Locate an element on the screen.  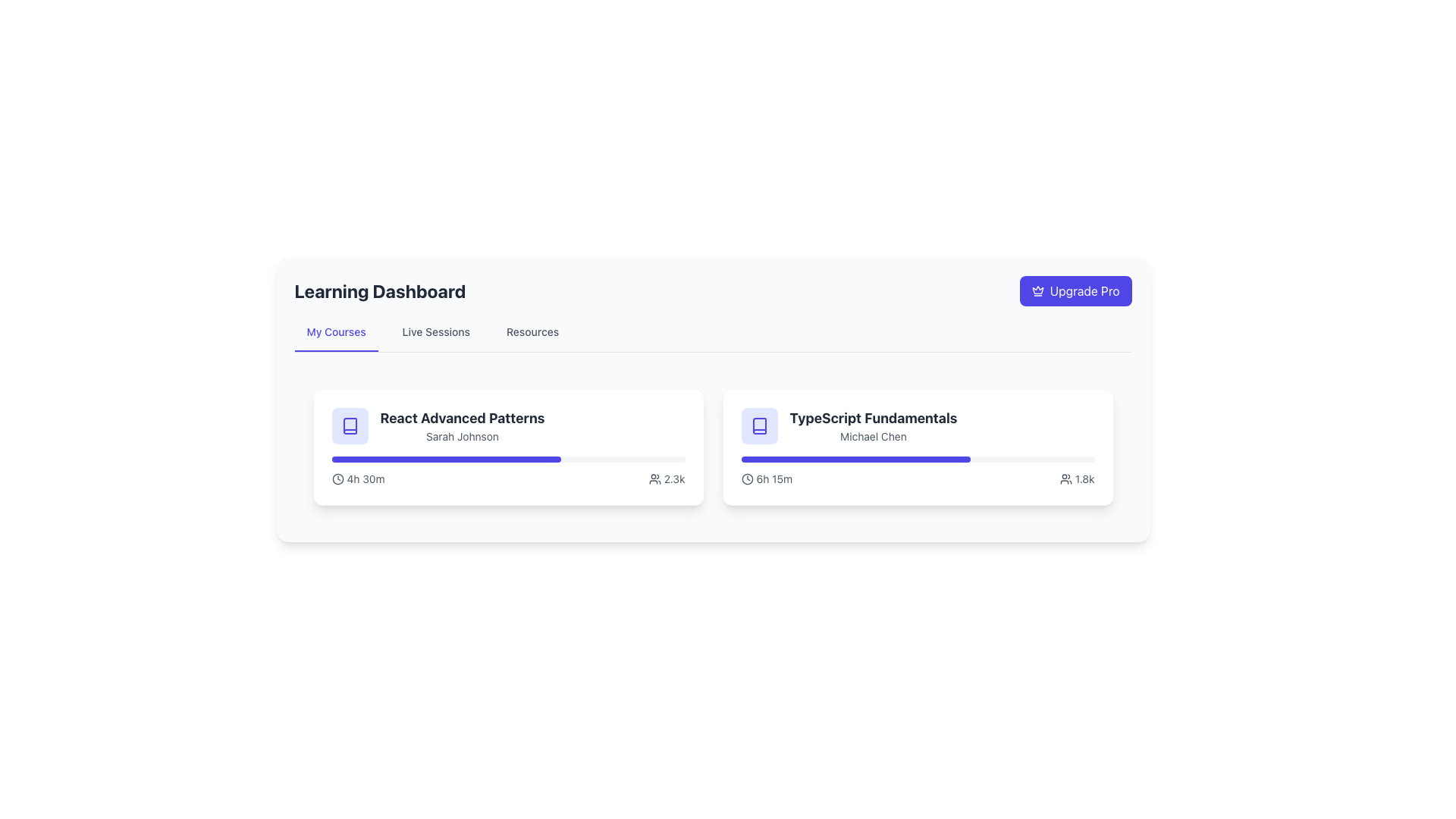
the small indigo book icon located at the top-left corner of the second card in the horizontal list of course information on the dashboard, which is directly above the course title 'TypeScript Fundamentals' is located at coordinates (759, 426).